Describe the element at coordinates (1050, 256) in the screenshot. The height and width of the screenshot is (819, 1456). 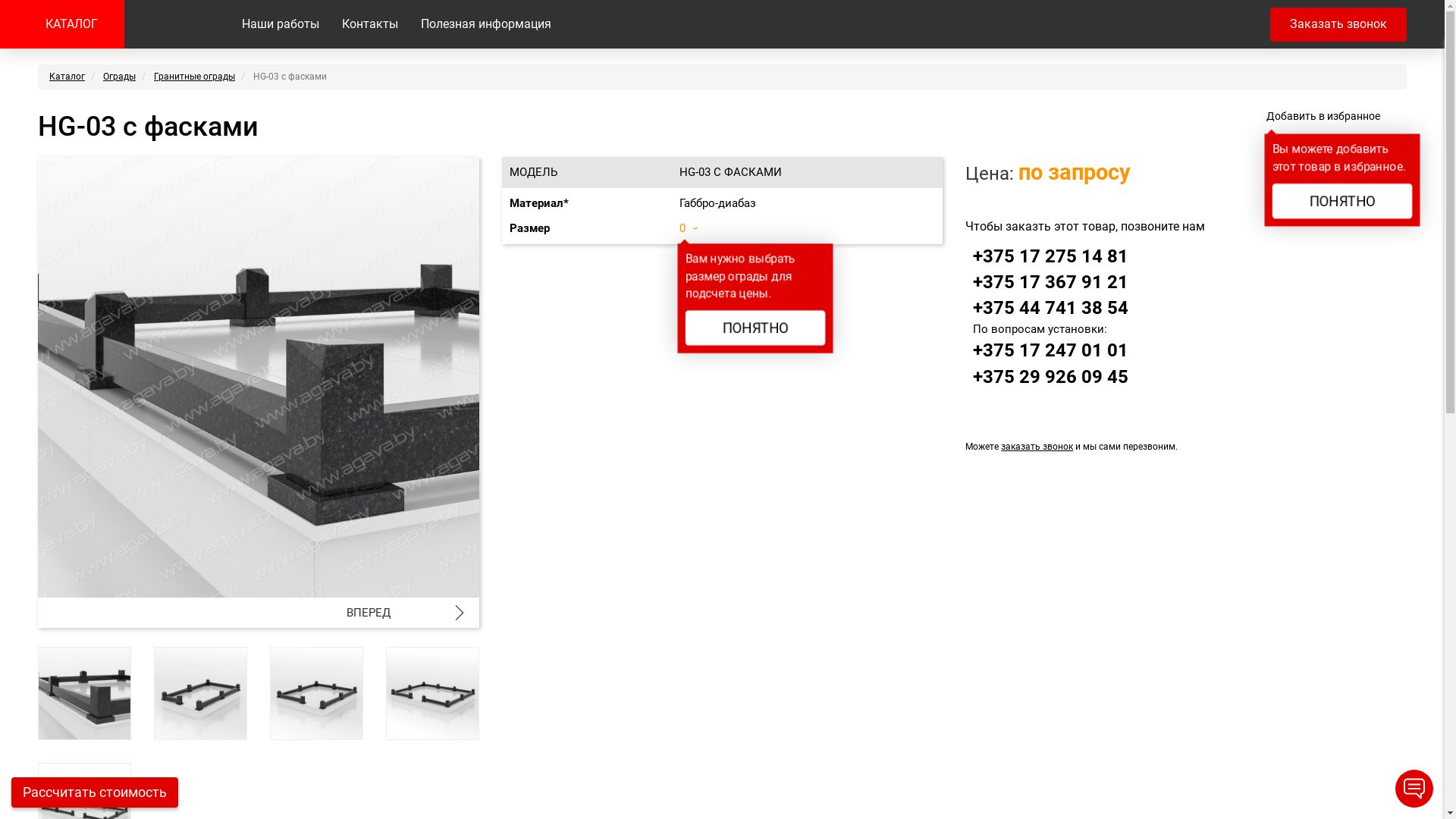
I see `'+375 17 275 14 81'` at that location.